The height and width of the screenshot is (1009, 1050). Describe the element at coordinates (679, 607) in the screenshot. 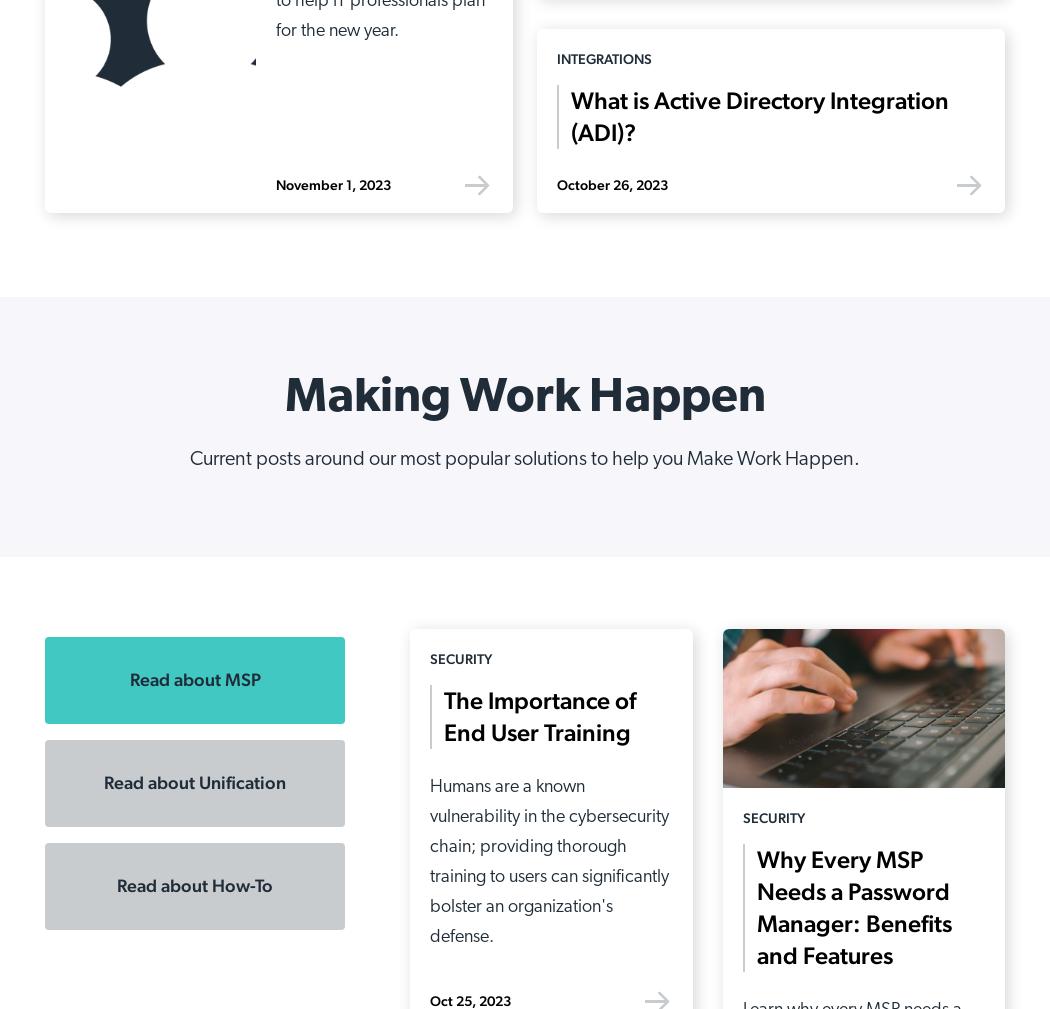

I see `'Webinars'` at that location.